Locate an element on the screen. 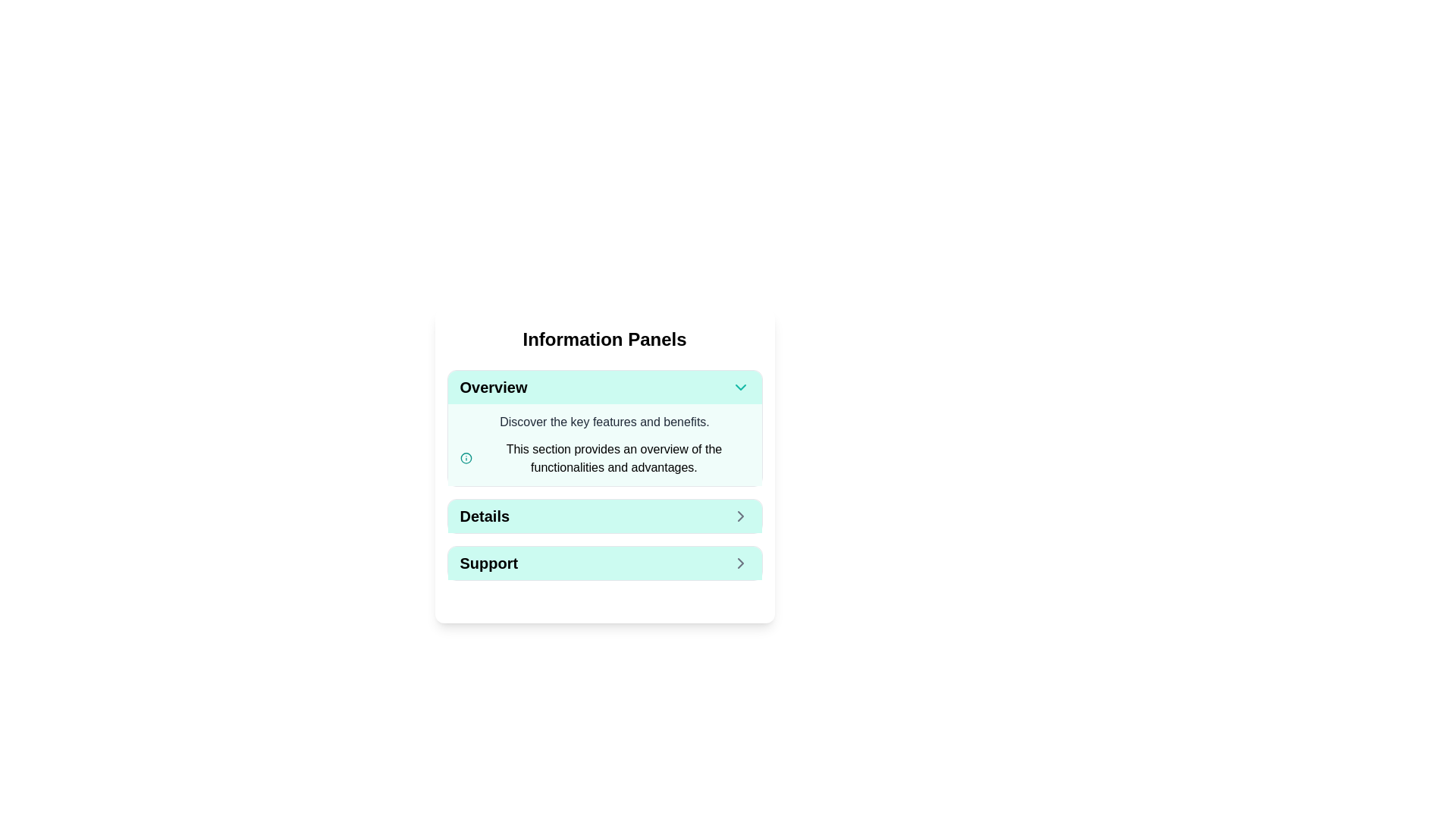  paragraph text displaying 'This section provides an overview of the functionalities and advantages.' located in the 'Overview' panel, beneath the description text and next to the information icon is located at coordinates (613, 458).